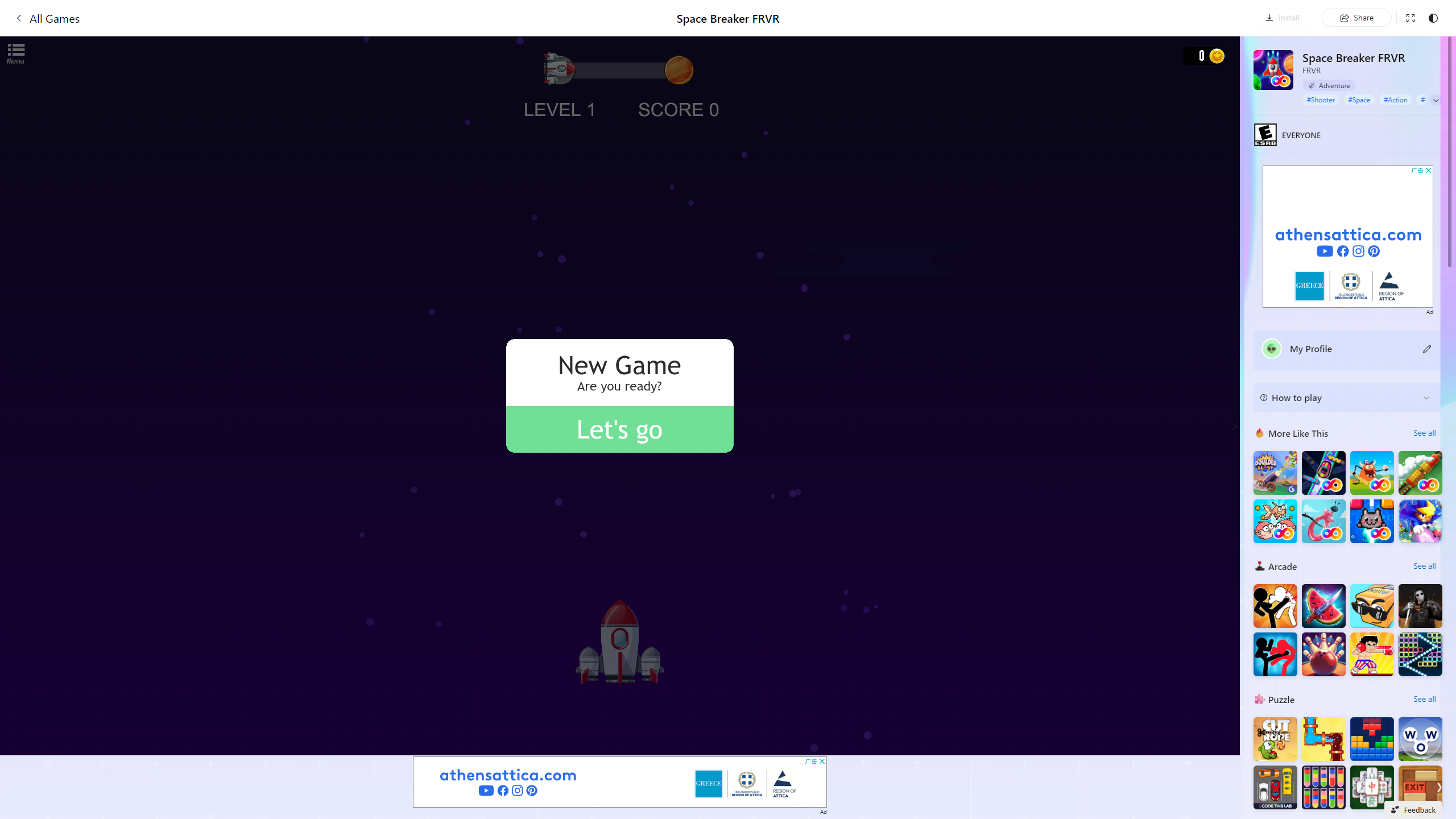 This screenshot has width=1456, height=819. I want to click on 'See all', so click(1424, 699).